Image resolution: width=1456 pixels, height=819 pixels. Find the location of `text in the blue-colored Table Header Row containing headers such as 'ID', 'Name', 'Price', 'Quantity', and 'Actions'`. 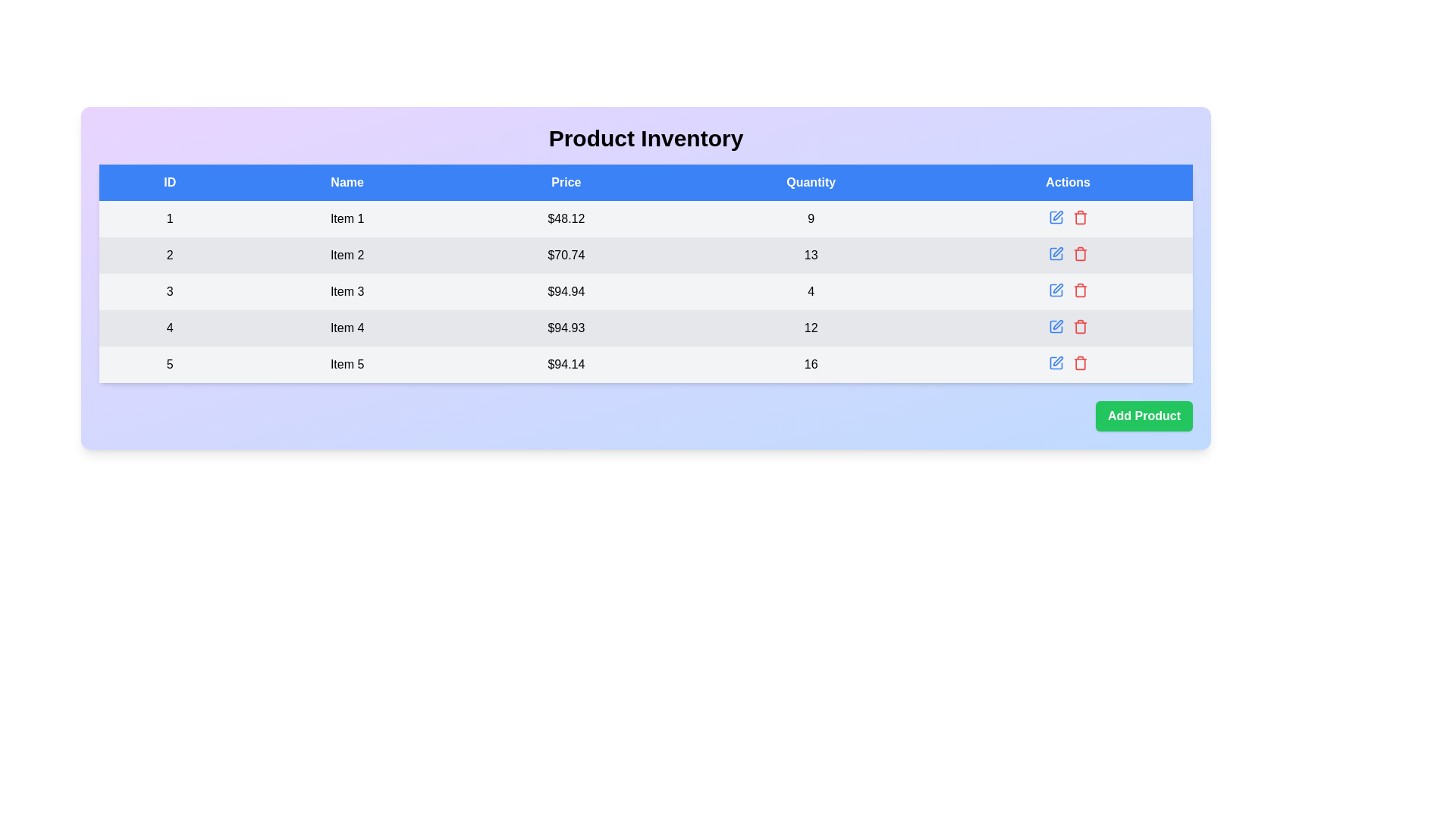

text in the blue-colored Table Header Row containing headers such as 'ID', 'Name', 'Price', 'Quantity', and 'Actions' is located at coordinates (645, 181).